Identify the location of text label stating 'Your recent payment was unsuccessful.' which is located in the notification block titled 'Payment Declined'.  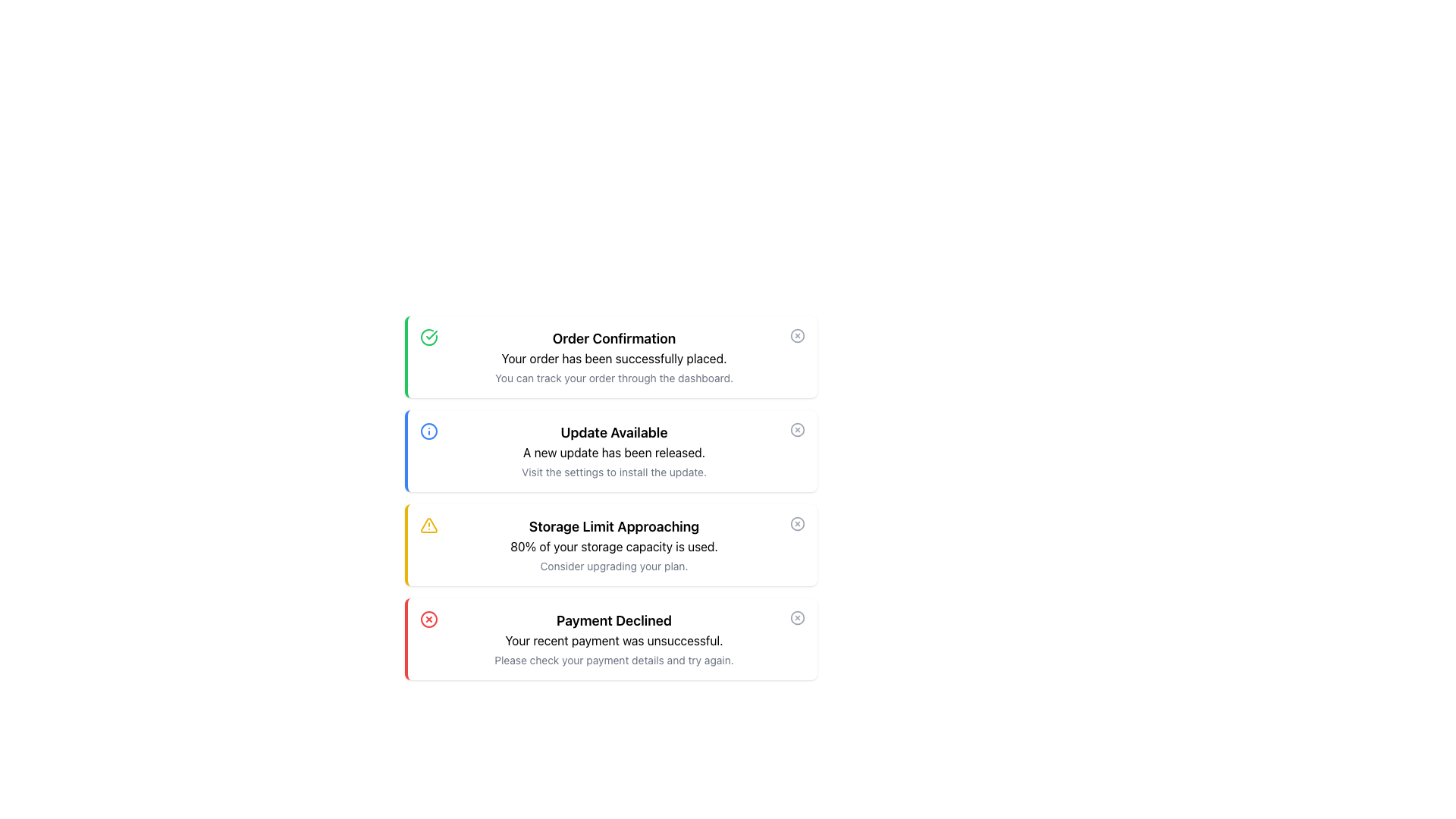
(614, 640).